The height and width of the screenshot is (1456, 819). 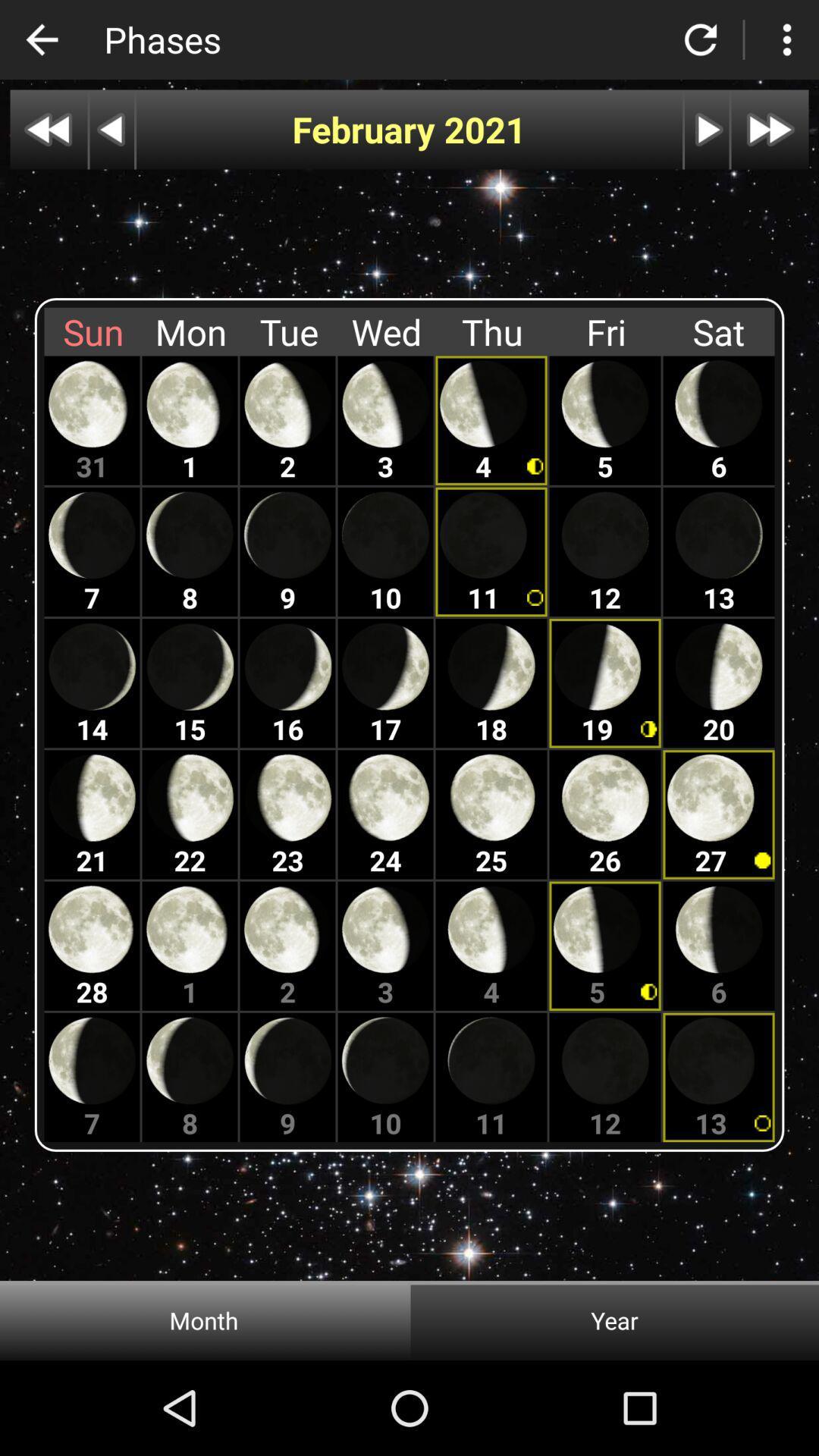 What do you see at coordinates (385, 551) in the screenshot?
I see `the date 10` at bounding box center [385, 551].